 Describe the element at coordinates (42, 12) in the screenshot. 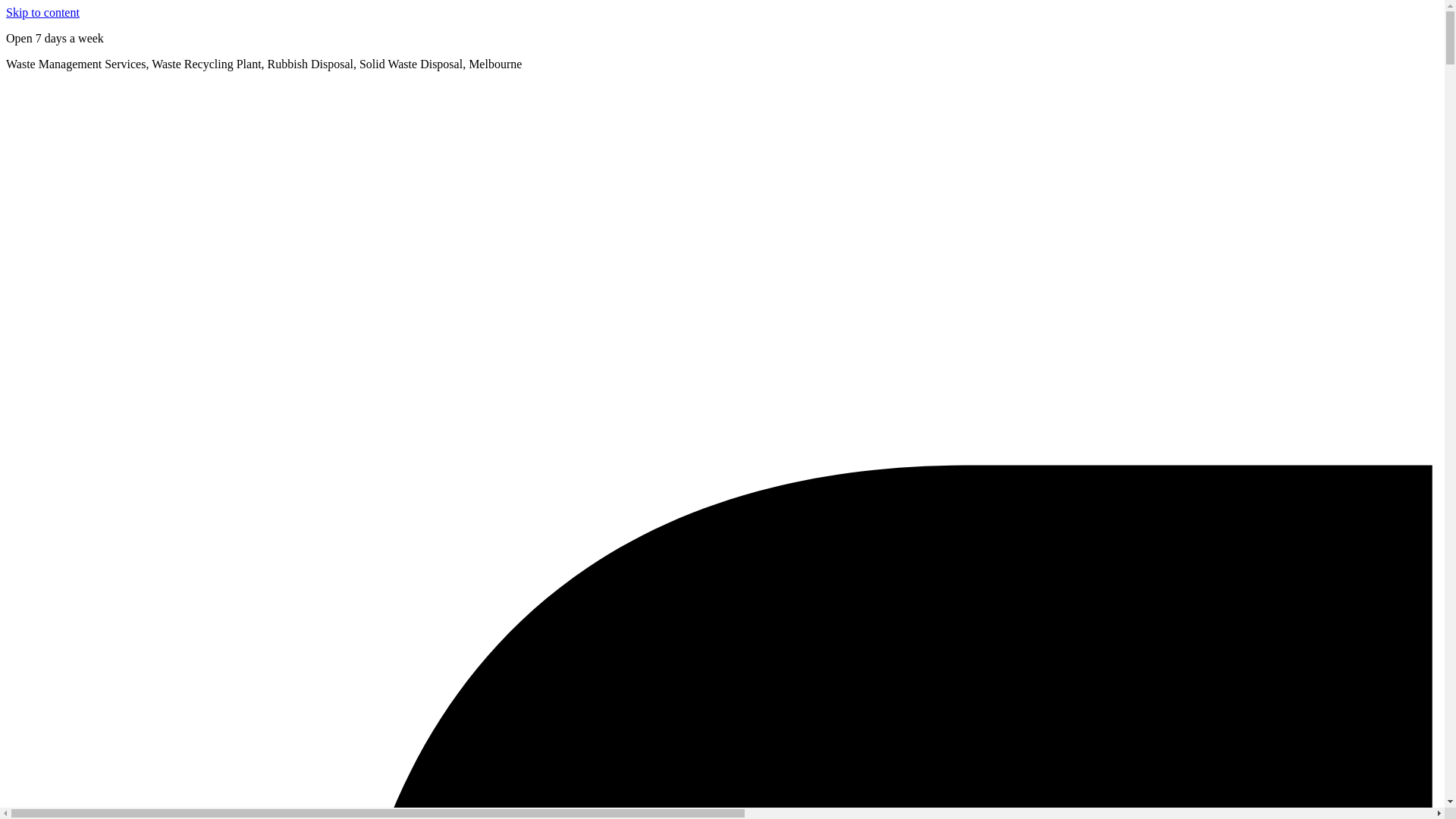

I see `'Skip to content'` at that location.